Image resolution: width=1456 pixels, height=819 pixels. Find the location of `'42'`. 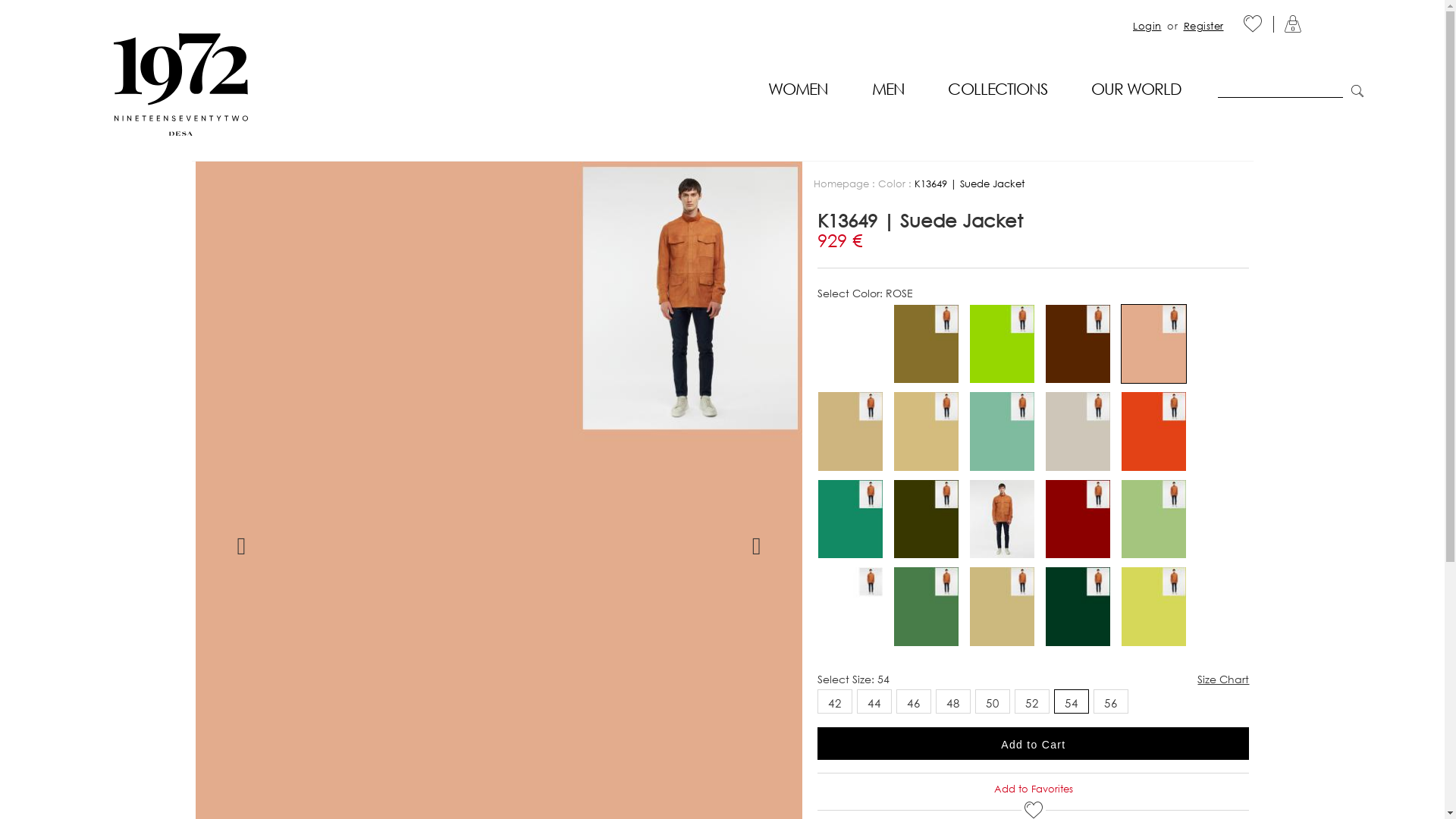

'42' is located at coordinates (833, 701).